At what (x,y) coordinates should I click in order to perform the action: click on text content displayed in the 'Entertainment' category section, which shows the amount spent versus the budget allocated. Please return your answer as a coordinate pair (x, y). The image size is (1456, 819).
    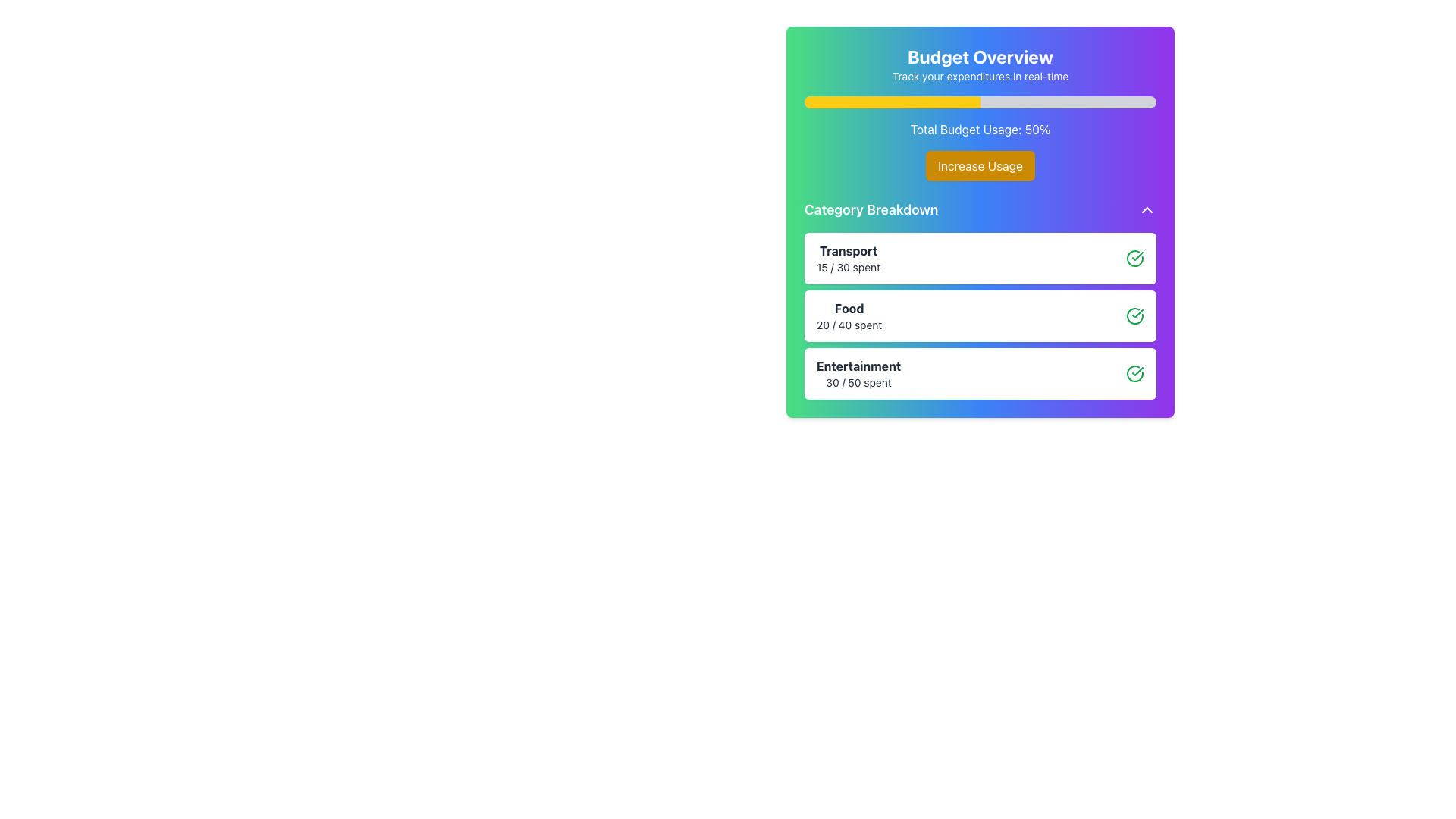
    Looking at the image, I should click on (858, 374).